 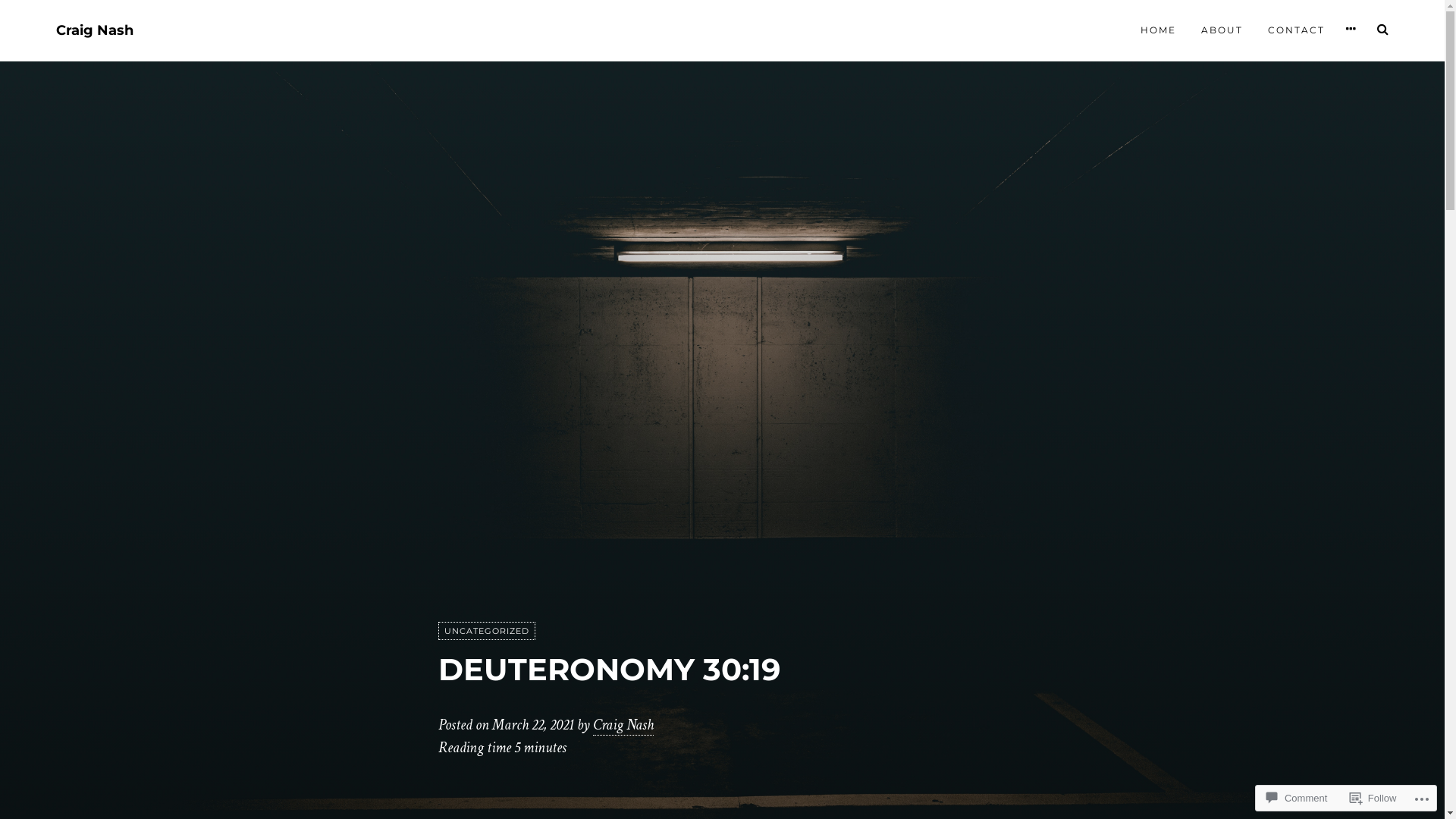 What do you see at coordinates (1222, 30) in the screenshot?
I see `'ABOUT'` at bounding box center [1222, 30].